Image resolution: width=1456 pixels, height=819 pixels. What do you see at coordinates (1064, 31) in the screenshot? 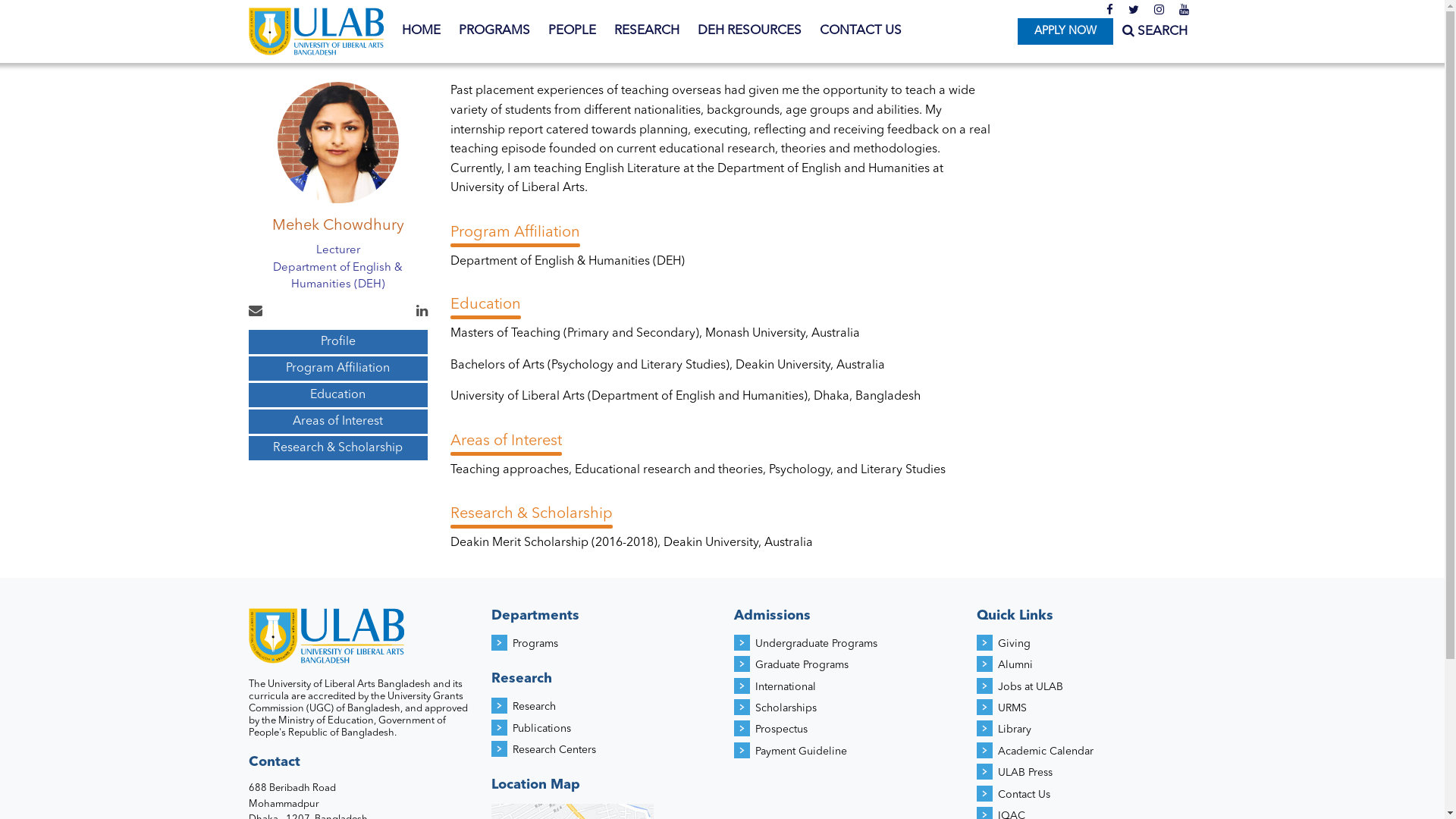
I see `'APPLY NOW'` at bounding box center [1064, 31].